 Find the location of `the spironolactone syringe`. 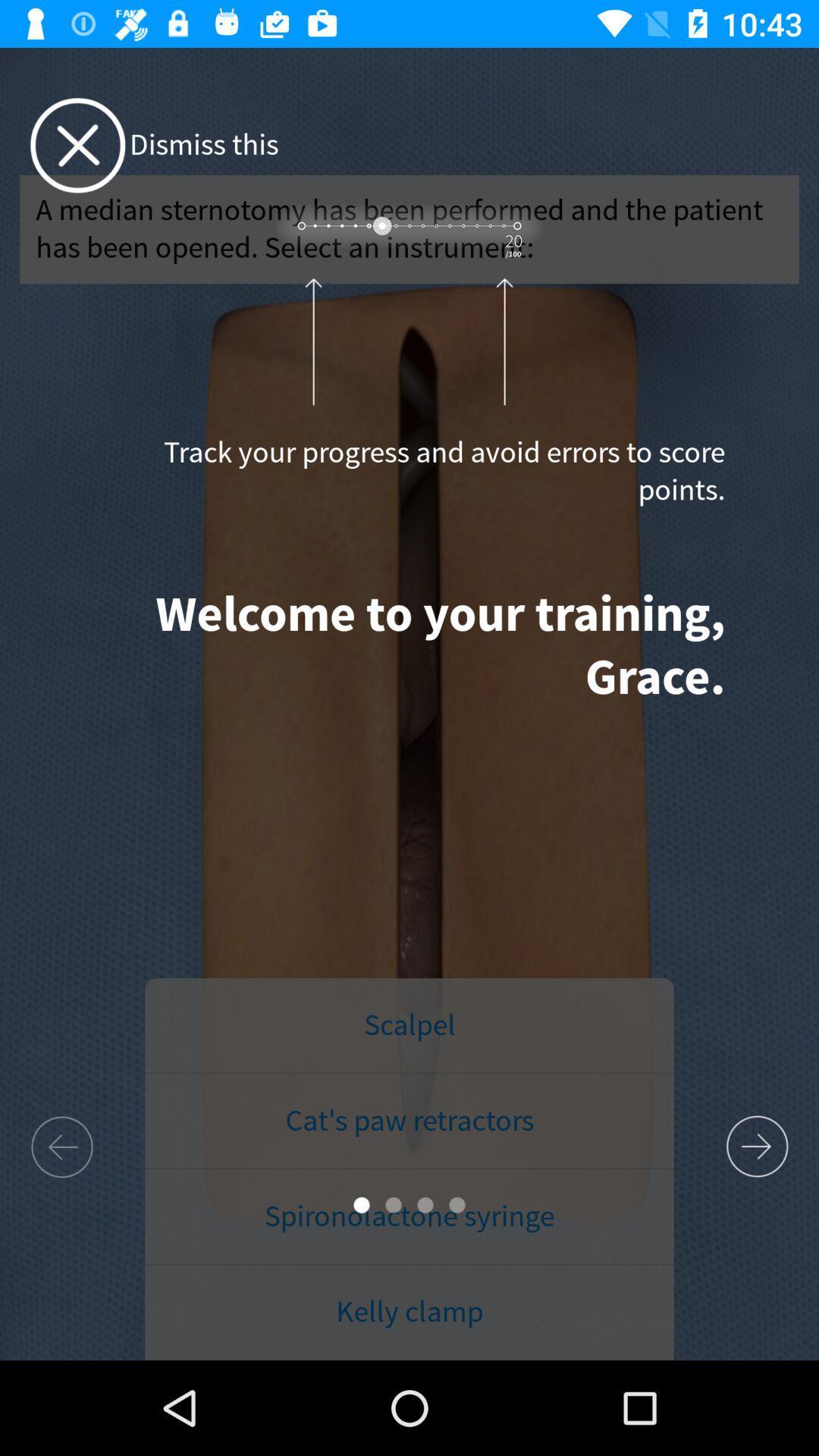

the spironolactone syringe is located at coordinates (409, 1216).